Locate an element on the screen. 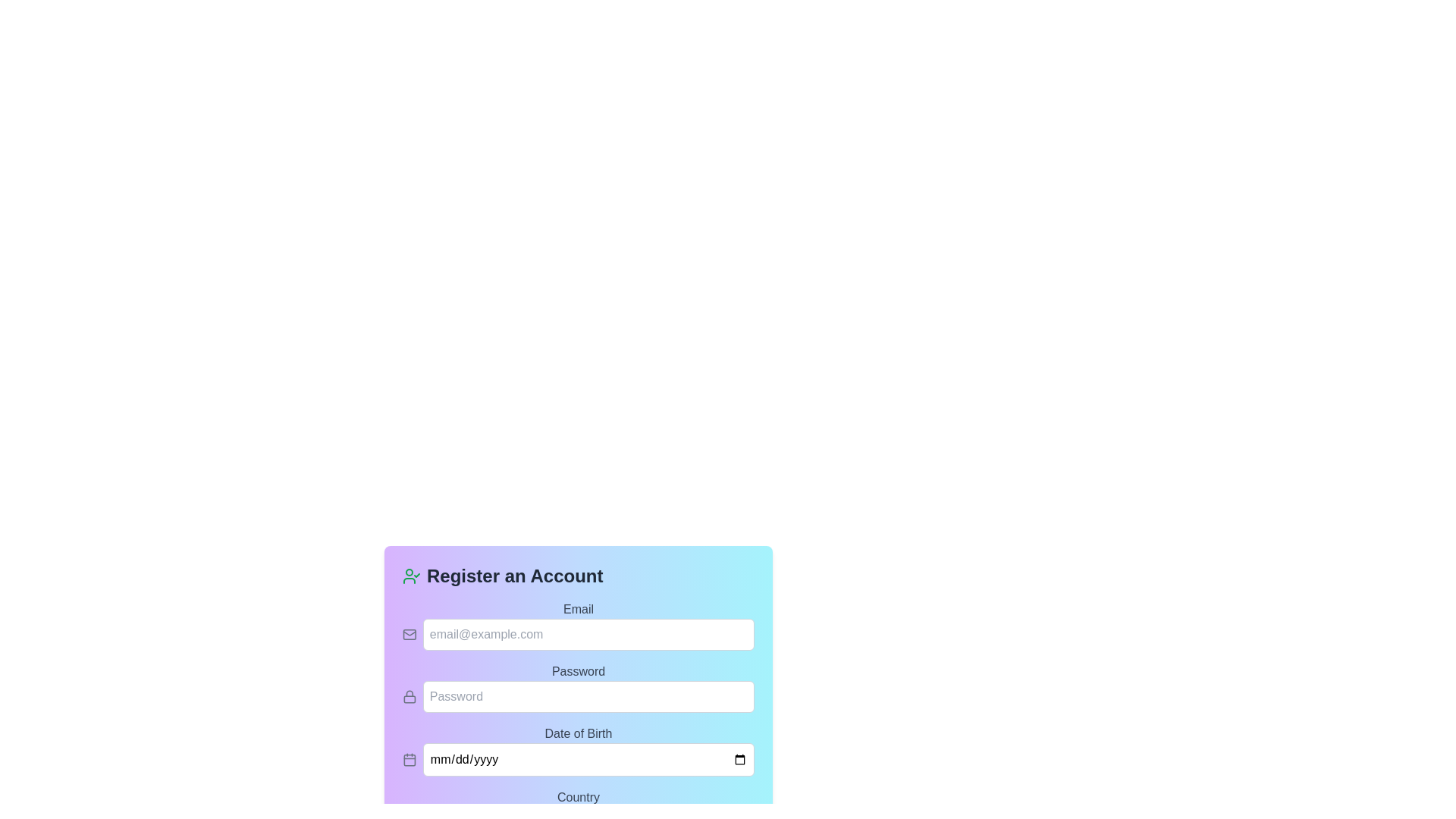 This screenshot has width=1456, height=819. the profile icon with a check mark overlay, which is styled in green and located at the top-left corner of the 'Register an Account' form is located at coordinates (411, 576).